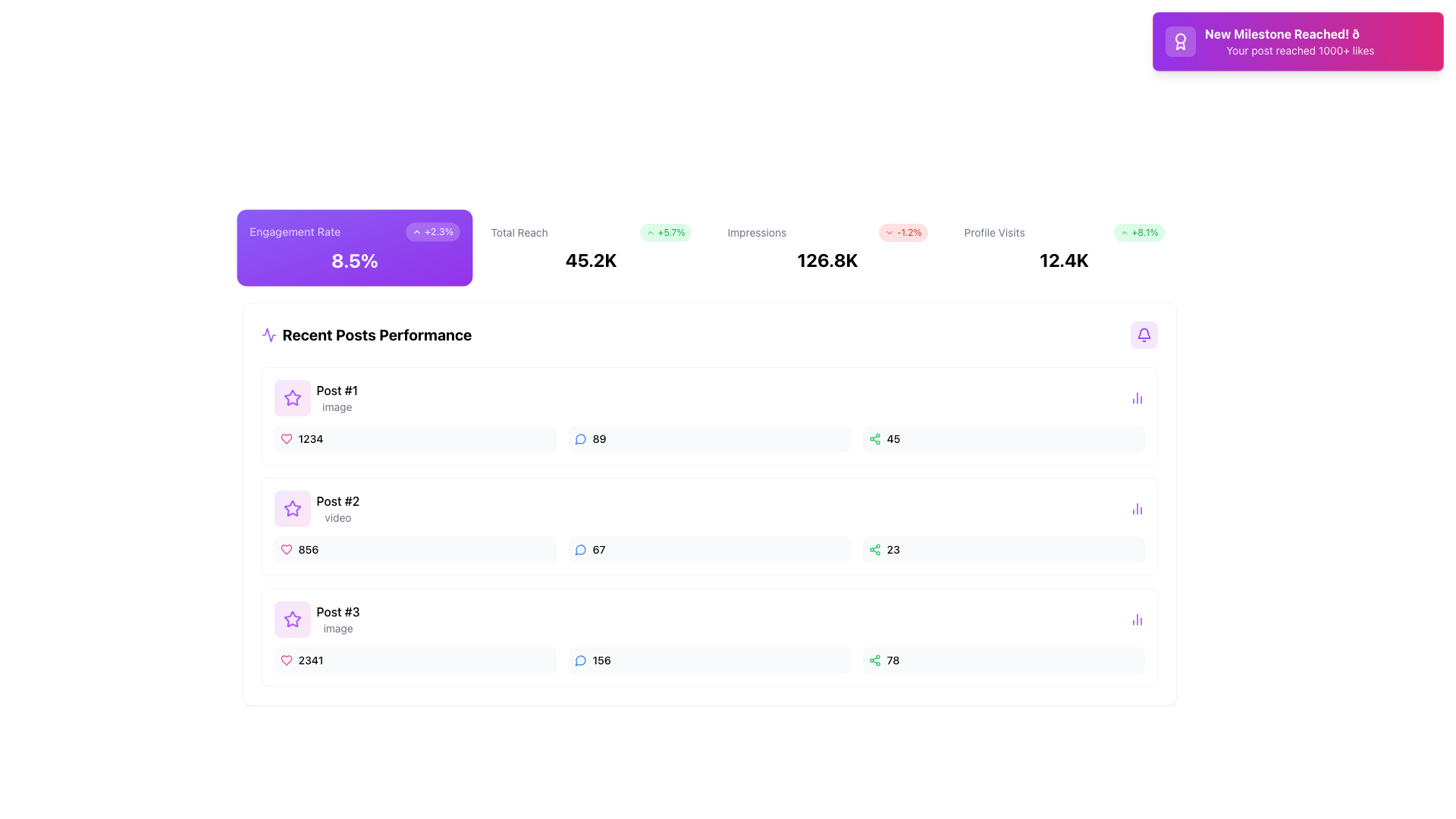  Describe the element at coordinates (579, 438) in the screenshot. I see `the comment icon located to the left of the text '89', which represents comment-related statistics` at that location.